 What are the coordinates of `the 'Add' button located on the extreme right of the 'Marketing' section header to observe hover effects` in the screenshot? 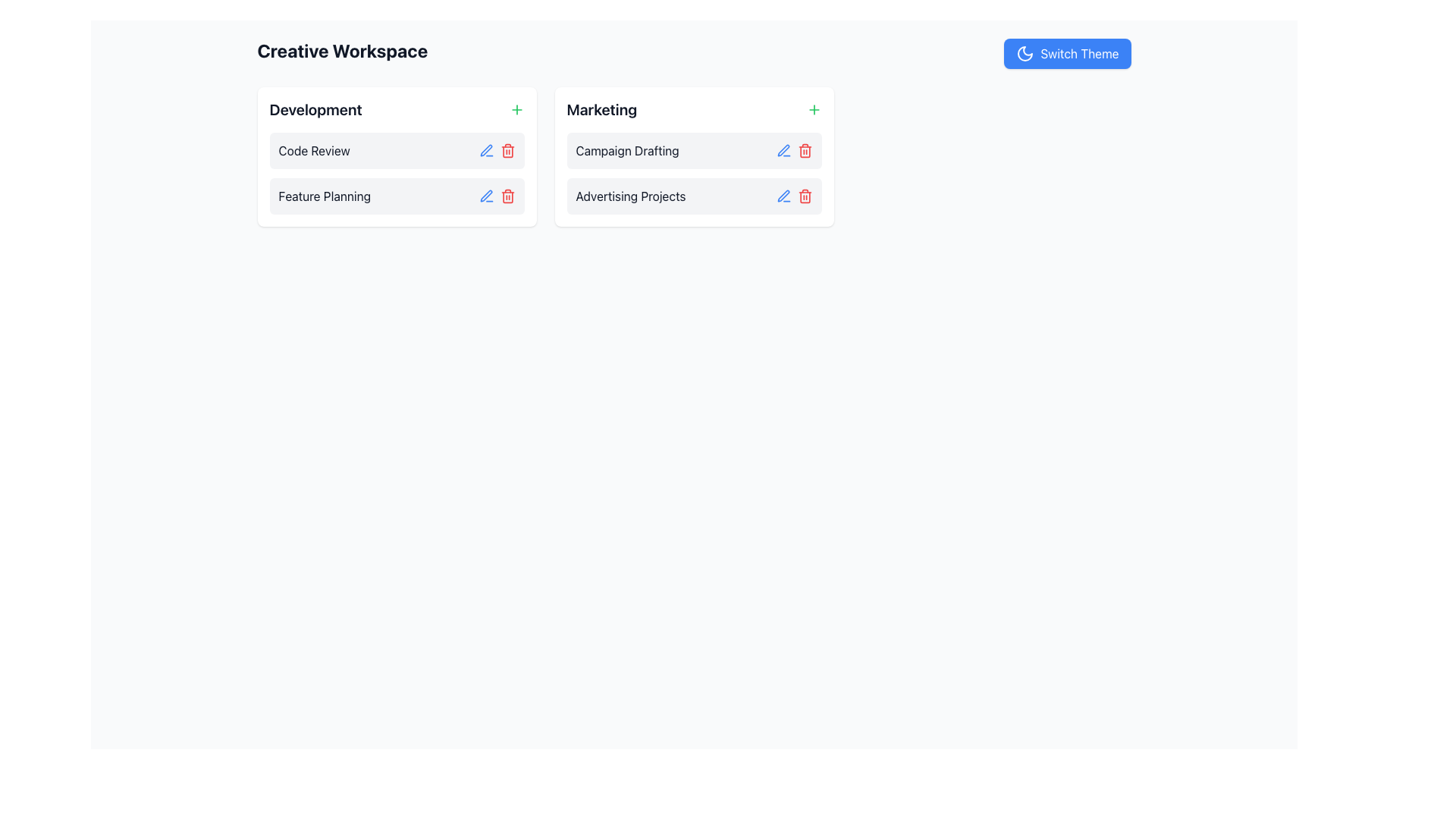 It's located at (813, 109).